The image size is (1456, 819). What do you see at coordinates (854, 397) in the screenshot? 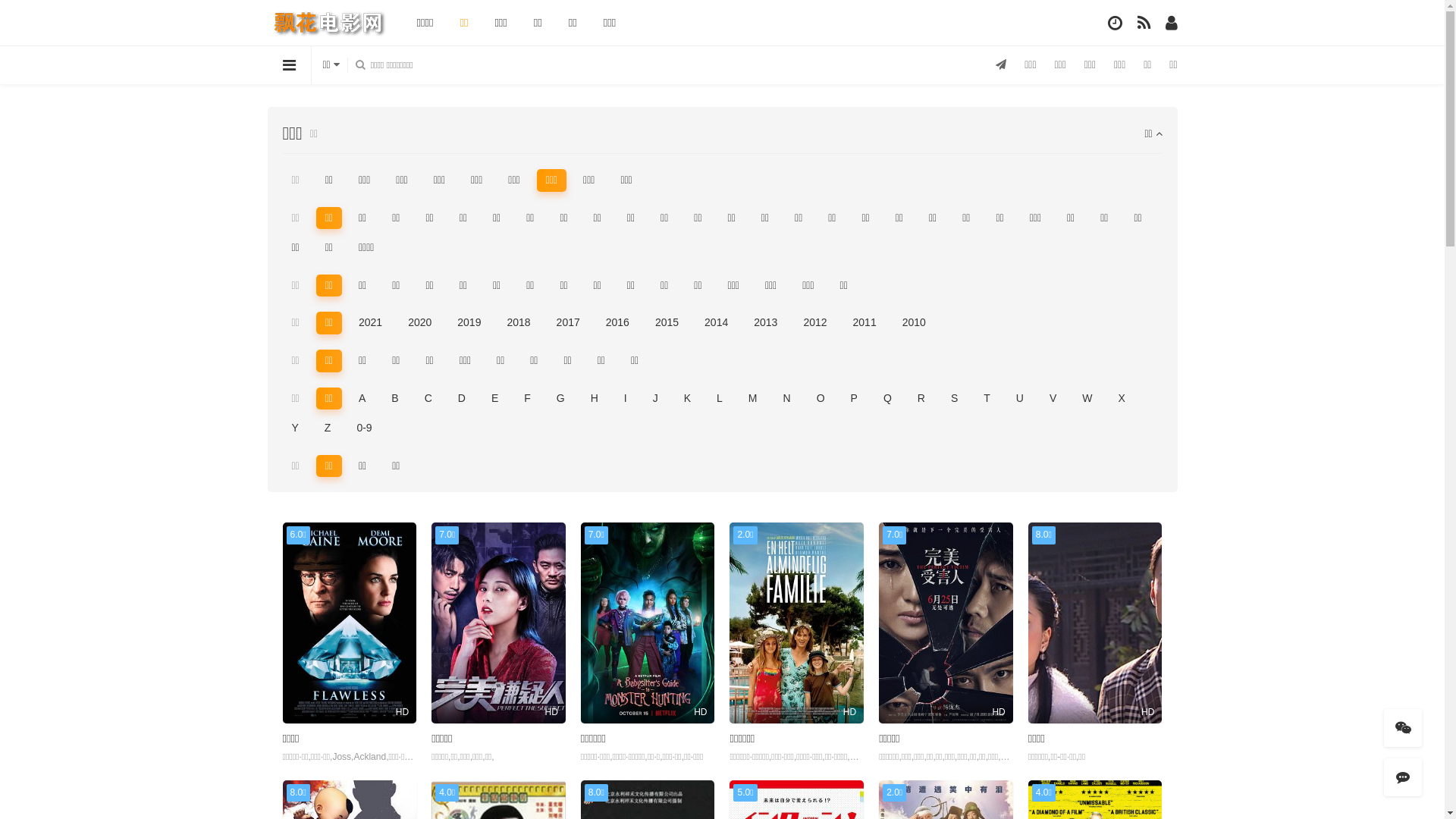
I see `'P'` at bounding box center [854, 397].